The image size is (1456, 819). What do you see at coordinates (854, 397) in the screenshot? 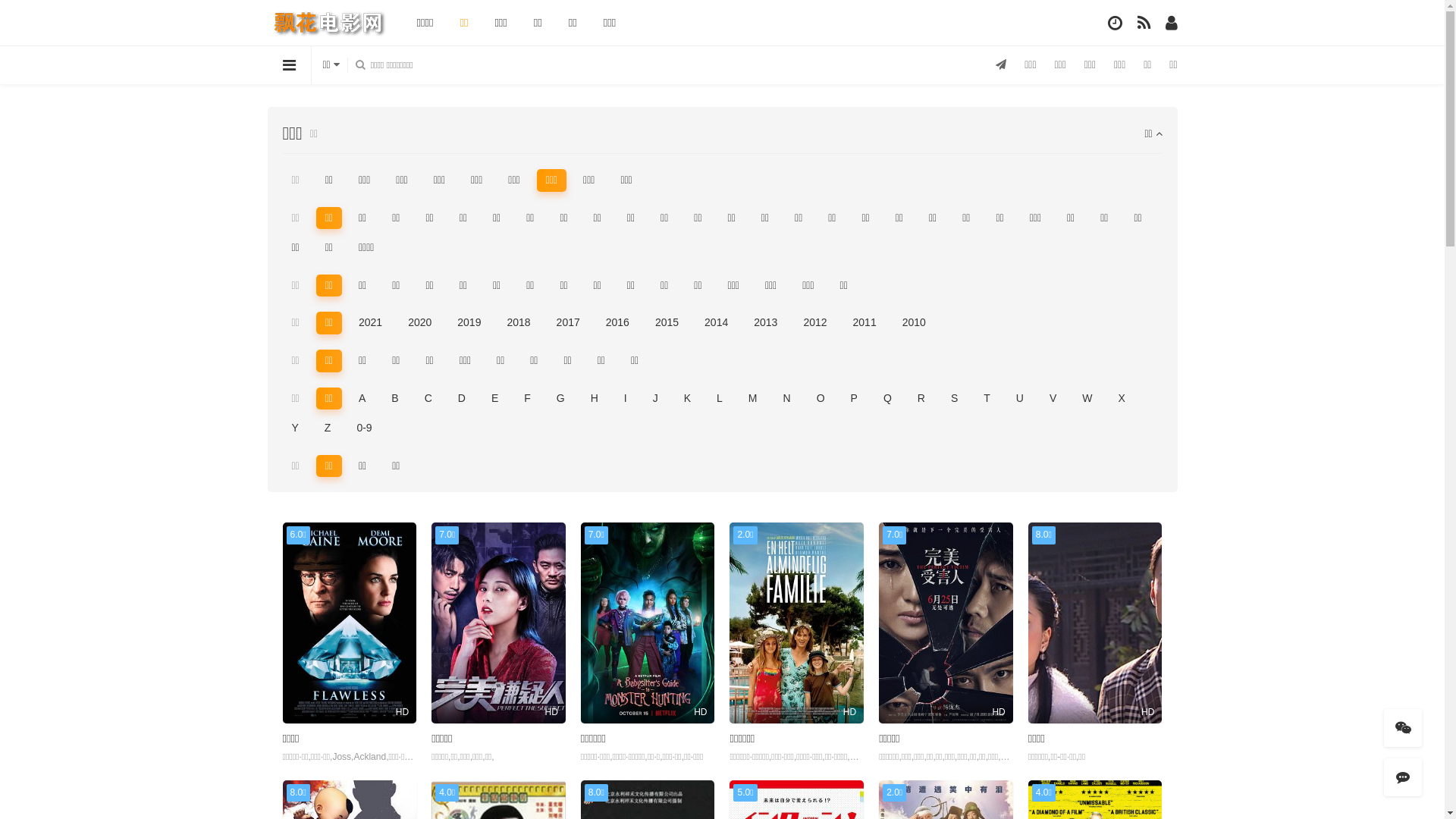
I see `'P'` at bounding box center [854, 397].